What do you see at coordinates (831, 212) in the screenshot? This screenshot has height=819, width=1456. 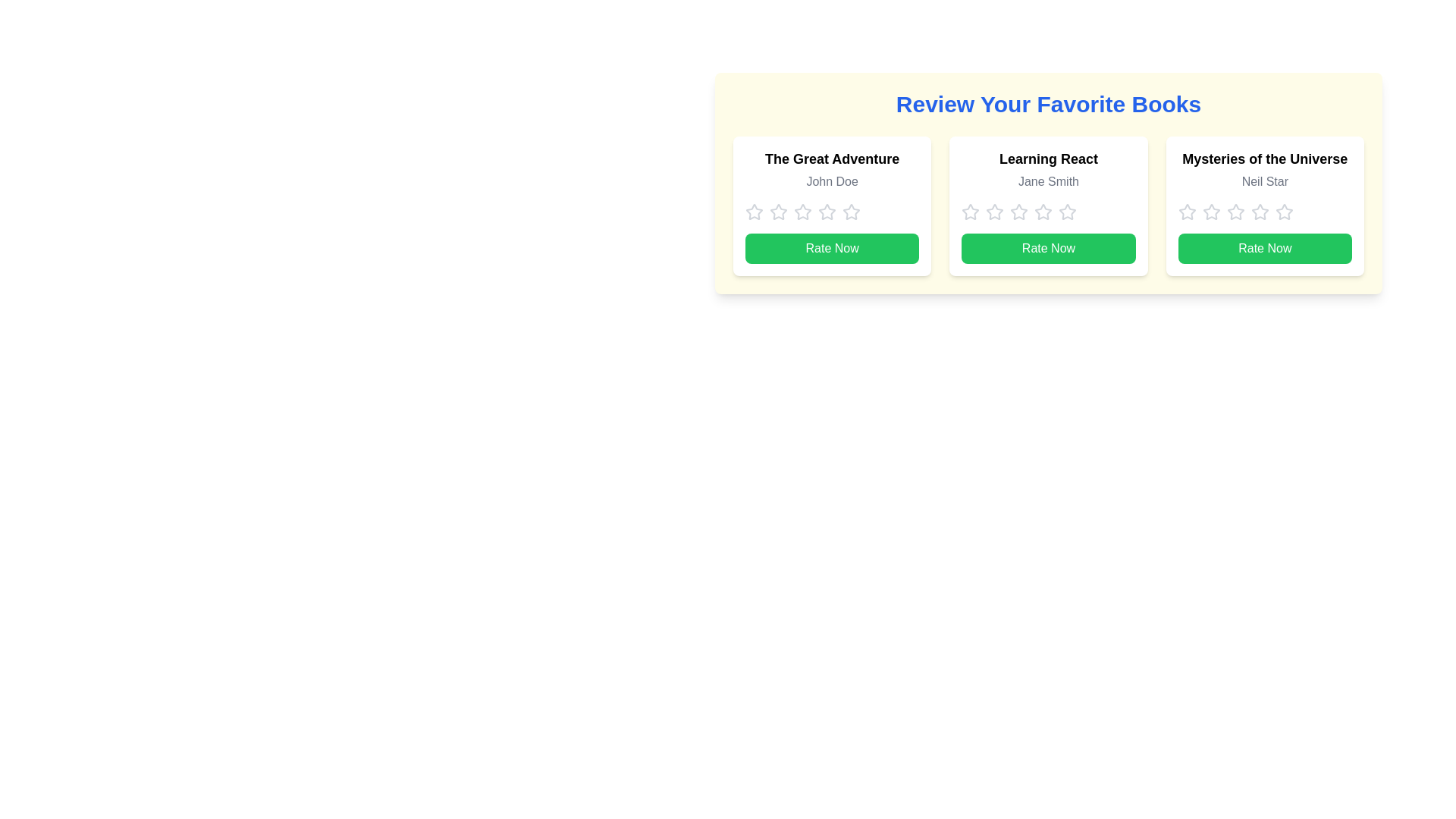 I see `the star in the interactive star rating component located beneath 'The Great Adventure' by 'John Doe'` at bounding box center [831, 212].